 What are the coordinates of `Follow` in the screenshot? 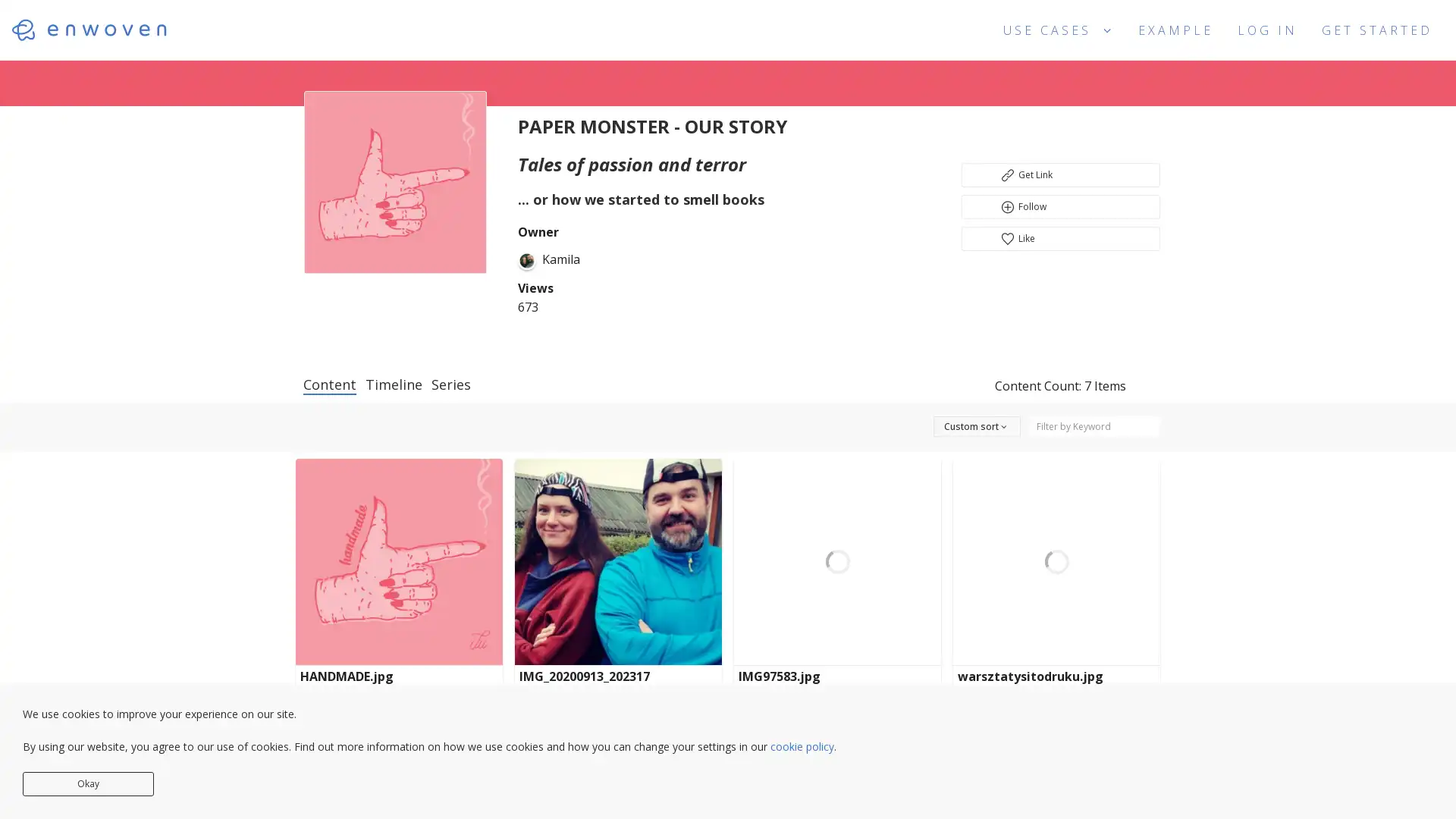 It's located at (1059, 207).